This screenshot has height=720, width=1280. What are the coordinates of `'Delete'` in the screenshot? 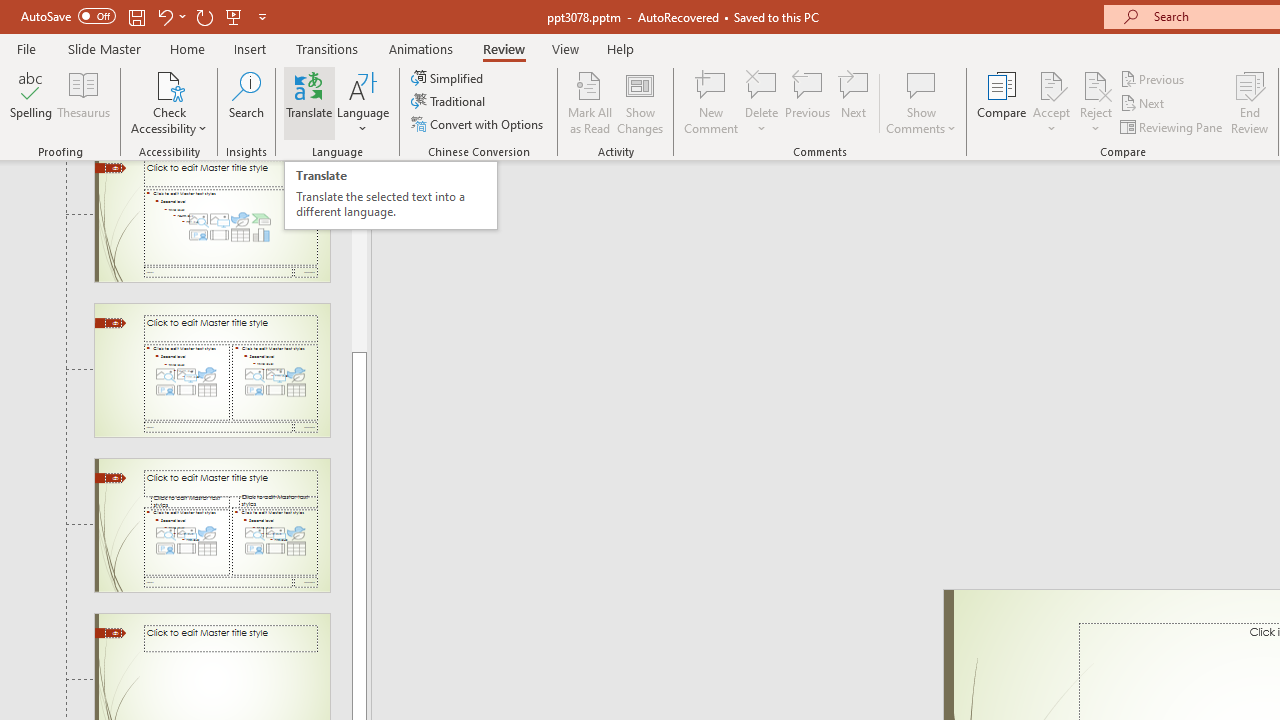 It's located at (761, 84).